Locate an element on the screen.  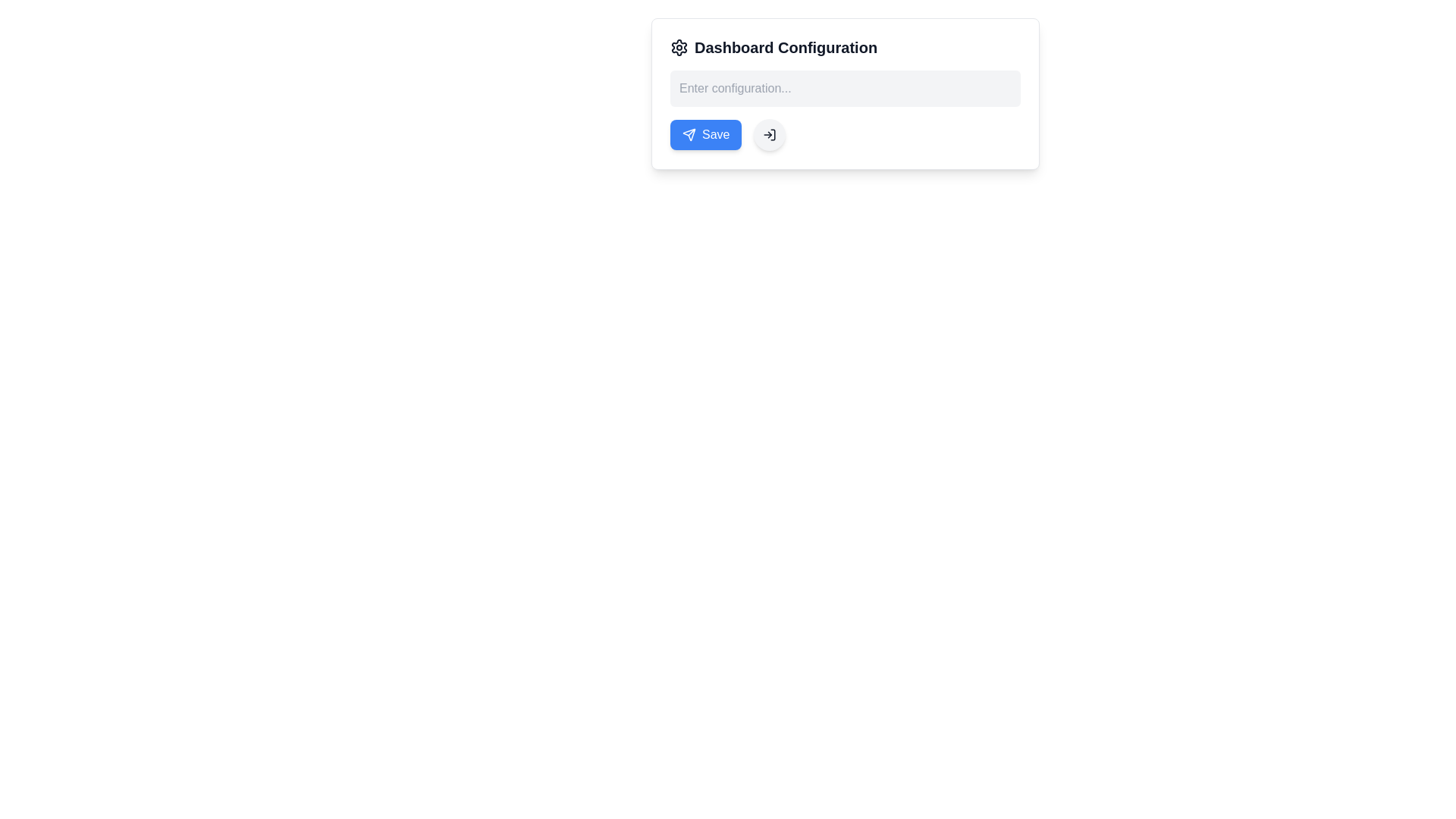
the gear or settings icon located at the far left of the 'Dashboard Configuration' heading, which has a minimalist line-art style is located at coordinates (679, 46).